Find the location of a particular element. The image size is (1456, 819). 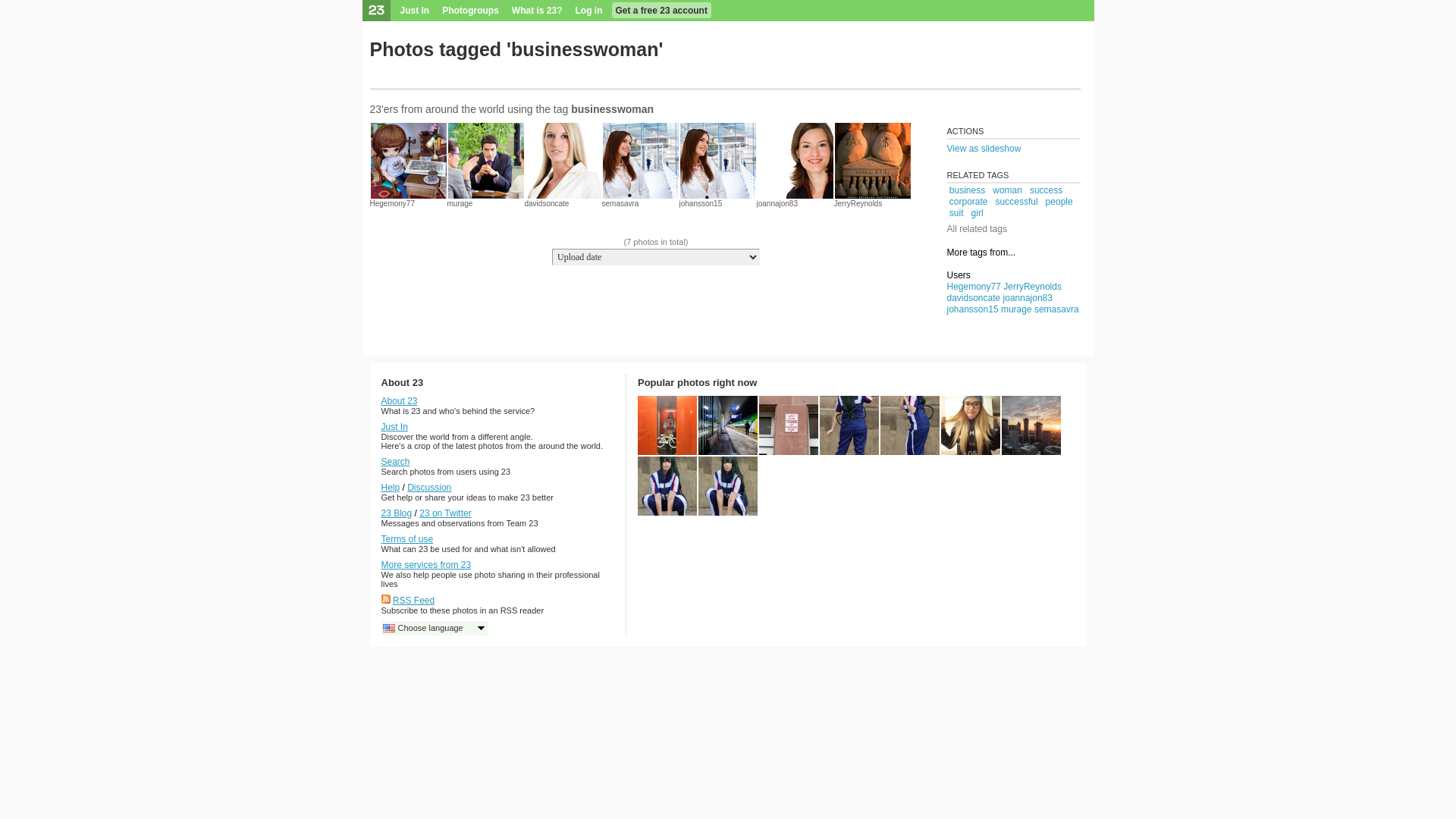

'woman' is located at coordinates (1007, 189).